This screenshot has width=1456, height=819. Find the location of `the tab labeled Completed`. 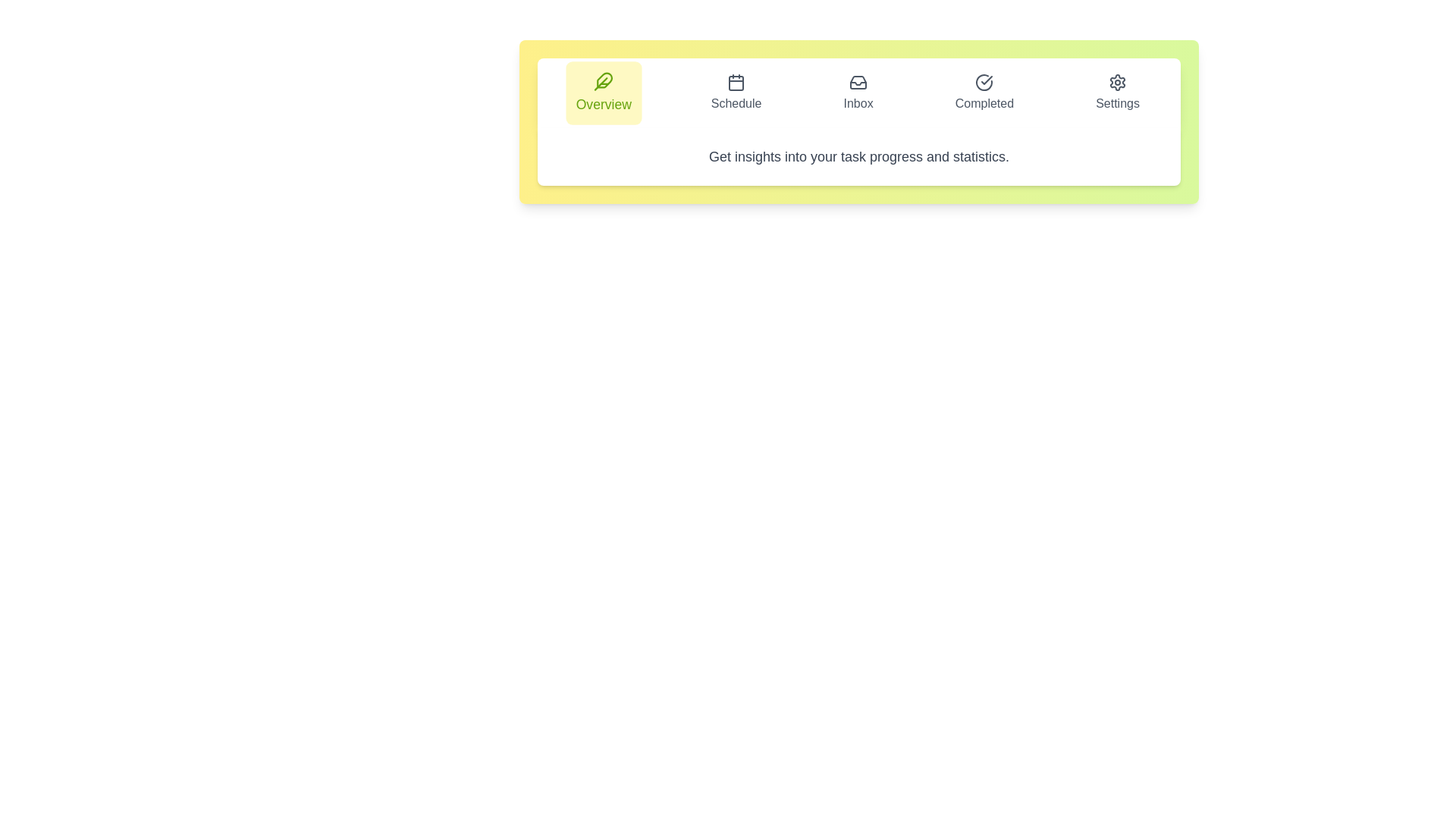

the tab labeled Completed is located at coordinates (984, 93).